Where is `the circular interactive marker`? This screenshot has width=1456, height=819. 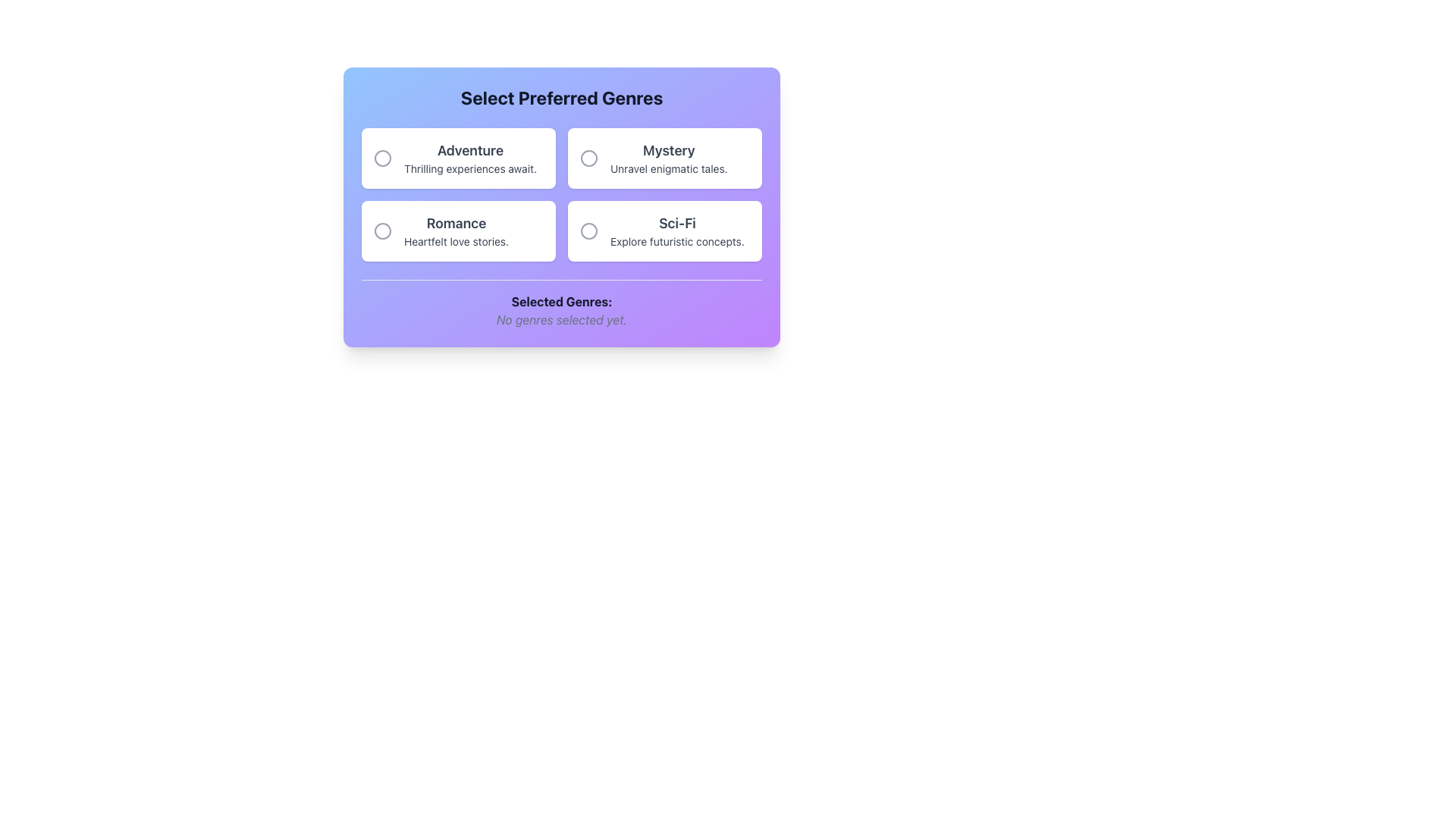
the circular interactive marker is located at coordinates (382, 158).